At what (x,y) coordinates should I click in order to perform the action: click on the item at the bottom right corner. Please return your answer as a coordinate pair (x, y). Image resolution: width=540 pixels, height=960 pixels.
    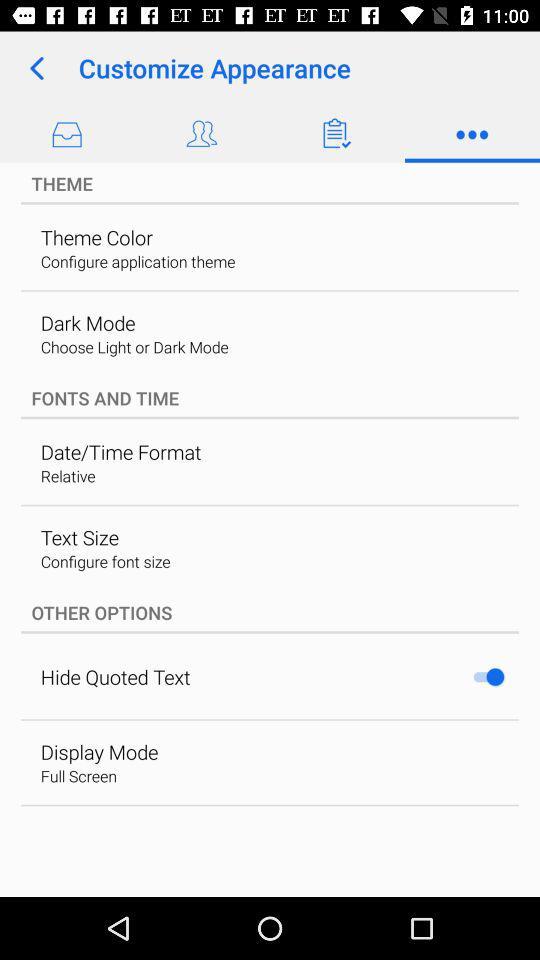
    Looking at the image, I should click on (487, 677).